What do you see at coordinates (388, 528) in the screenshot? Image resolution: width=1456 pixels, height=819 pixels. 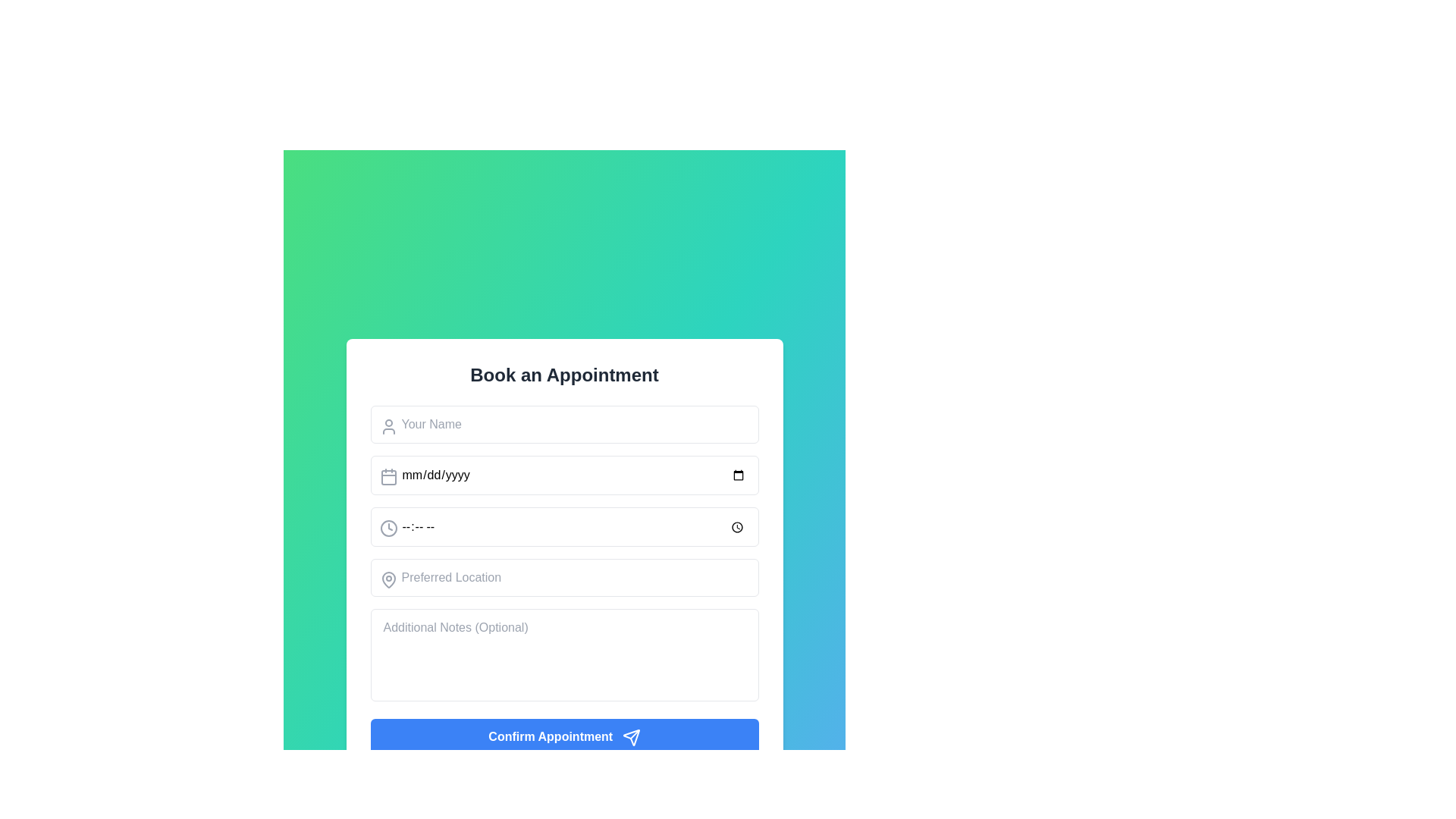 I see `the gray circular outline styled clock face that is part of the clock icon, located near the center of the clock icon in the user interface form` at bounding box center [388, 528].